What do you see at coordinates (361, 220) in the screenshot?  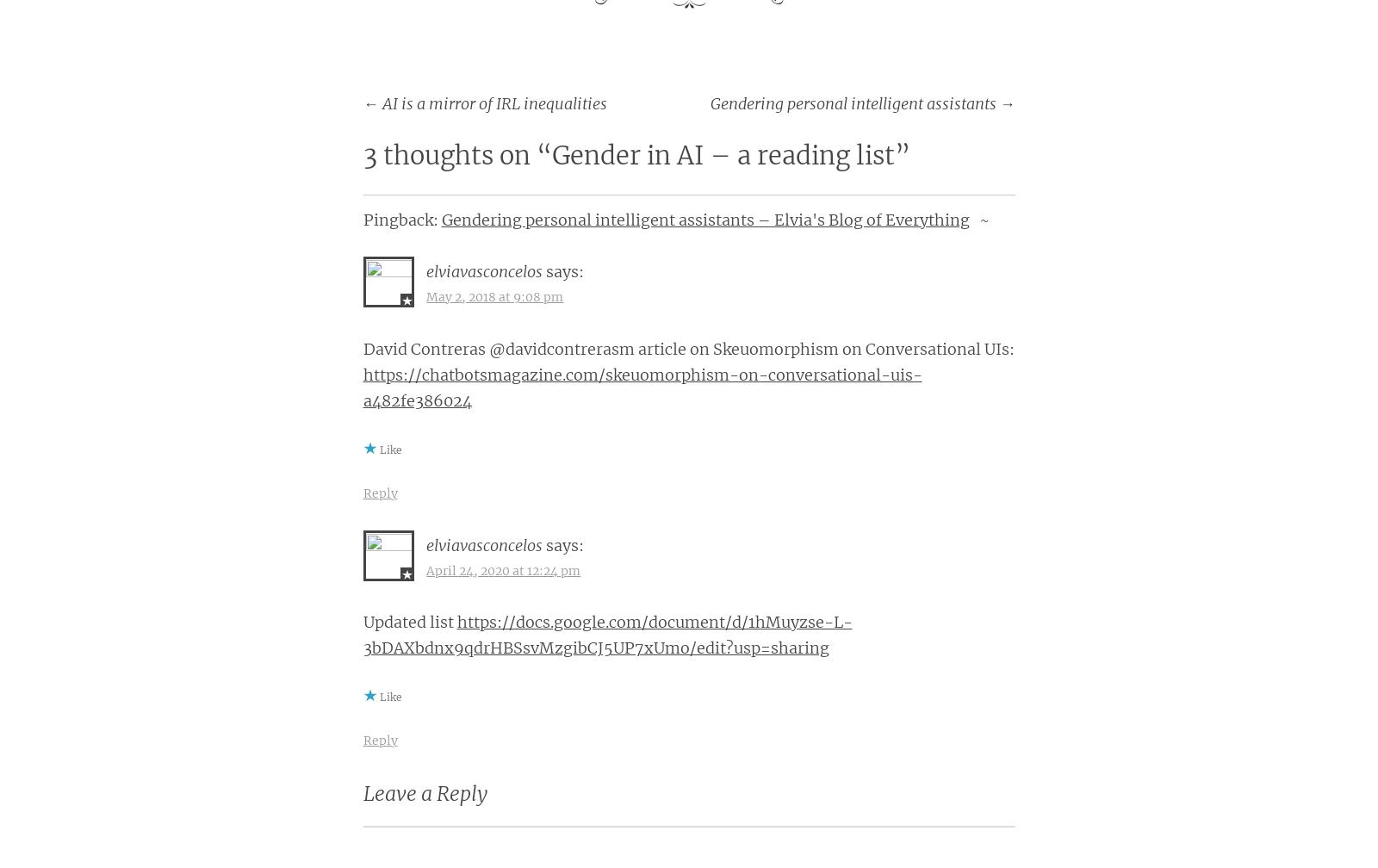 I see `'Pingback:'` at bounding box center [361, 220].